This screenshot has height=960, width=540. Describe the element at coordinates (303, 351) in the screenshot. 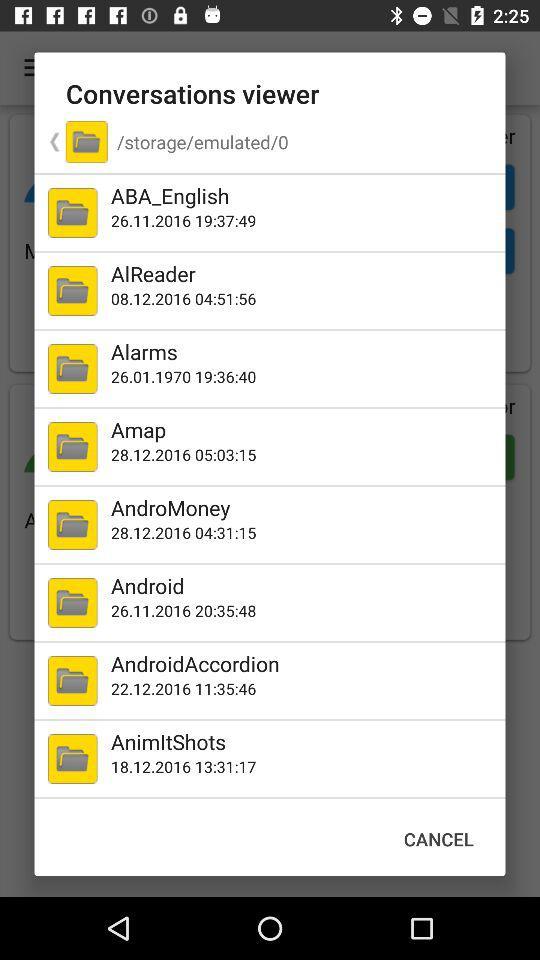

I see `alarms icon` at that location.